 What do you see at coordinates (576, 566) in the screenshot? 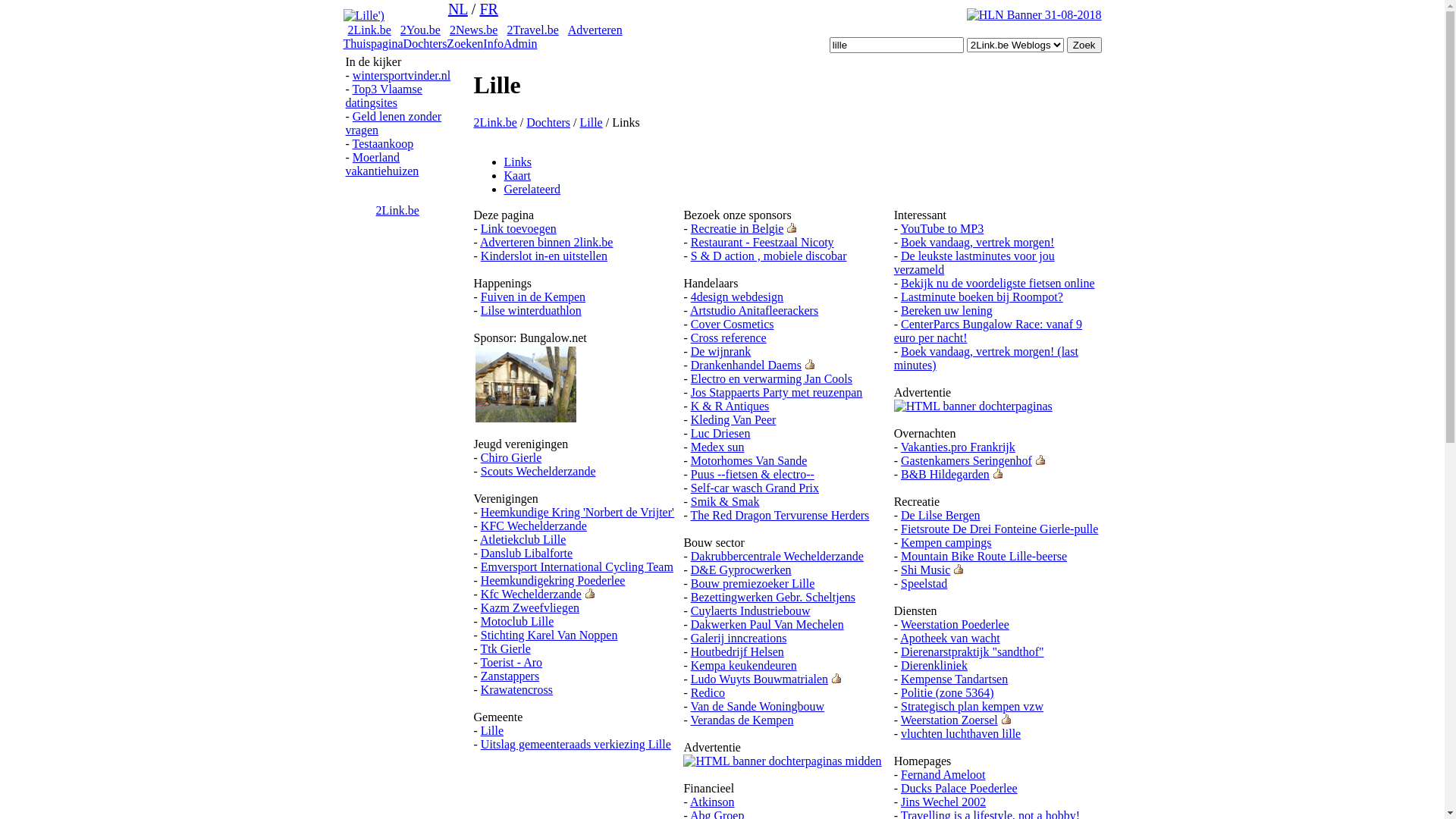
I see `'Emversport International Cycling Team'` at bounding box center [576, 566].